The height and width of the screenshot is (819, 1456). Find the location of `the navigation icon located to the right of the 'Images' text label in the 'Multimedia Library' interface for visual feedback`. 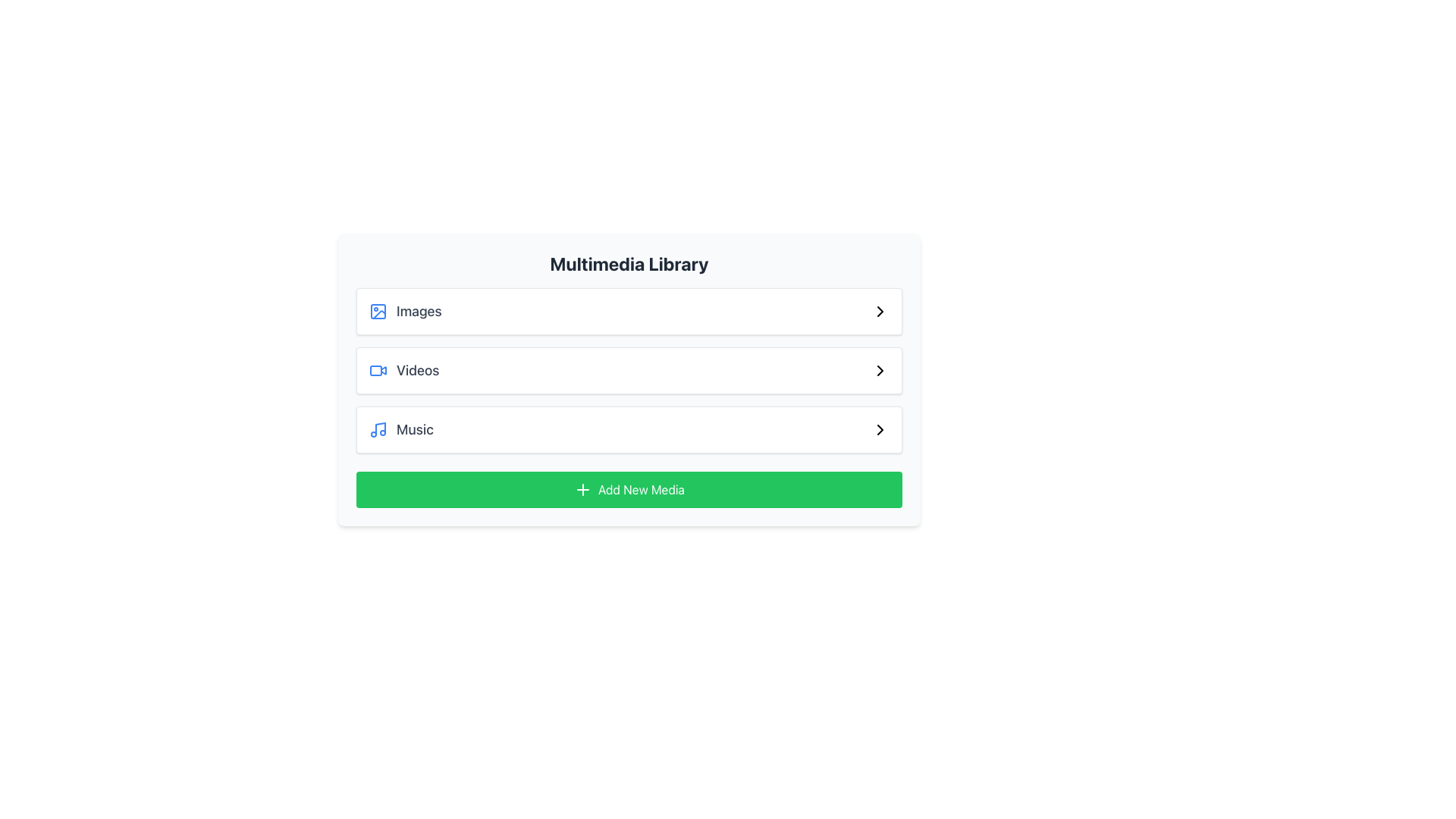

the navigation icon located to the right of the 'Images' text label in the 'Multimedia Library' interface for visual feedback is located at coordinates (880, 311).